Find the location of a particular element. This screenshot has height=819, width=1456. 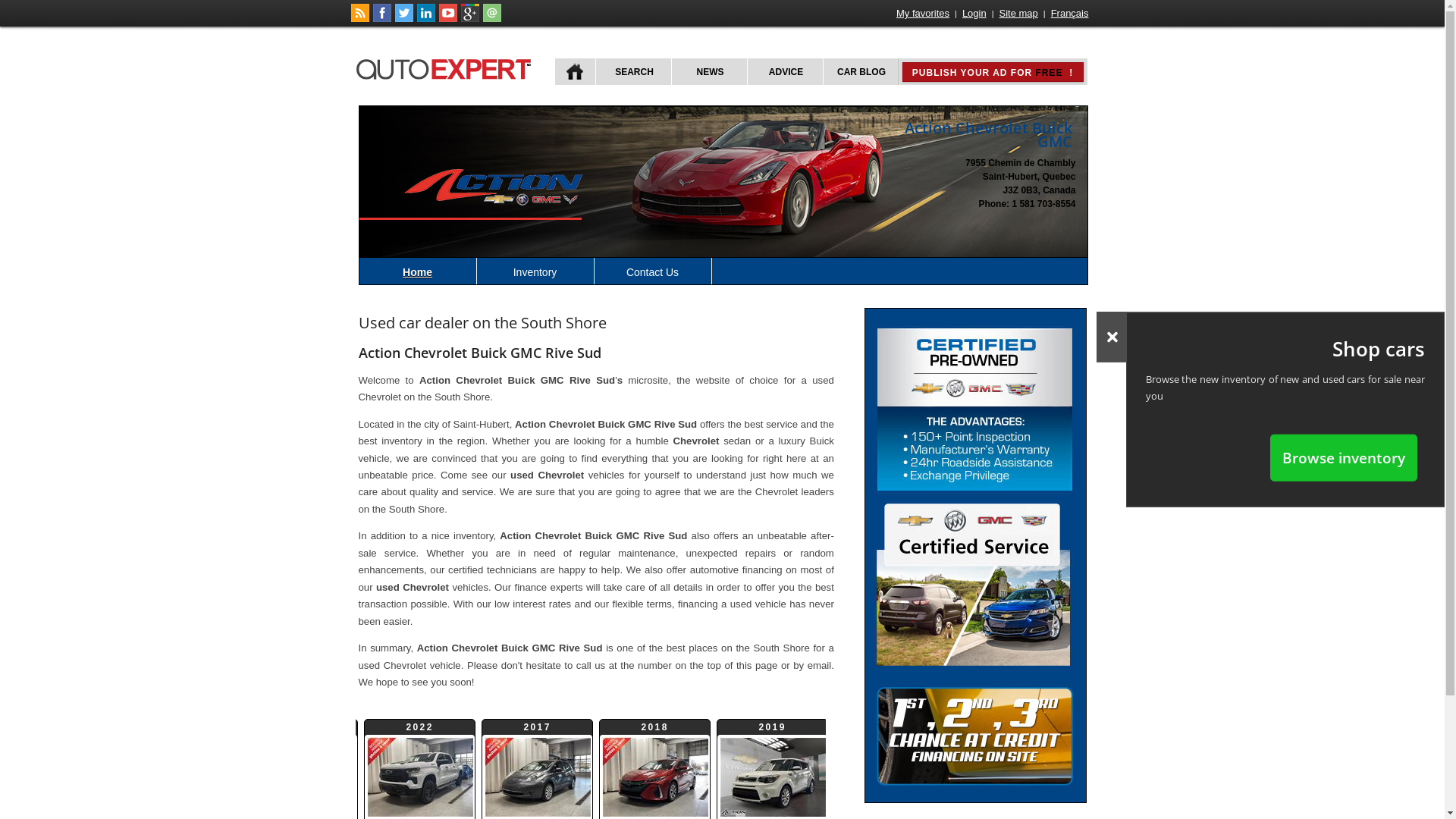

'Follow autoExpert.ca on Twitter' is located at coordinates (394, 18).